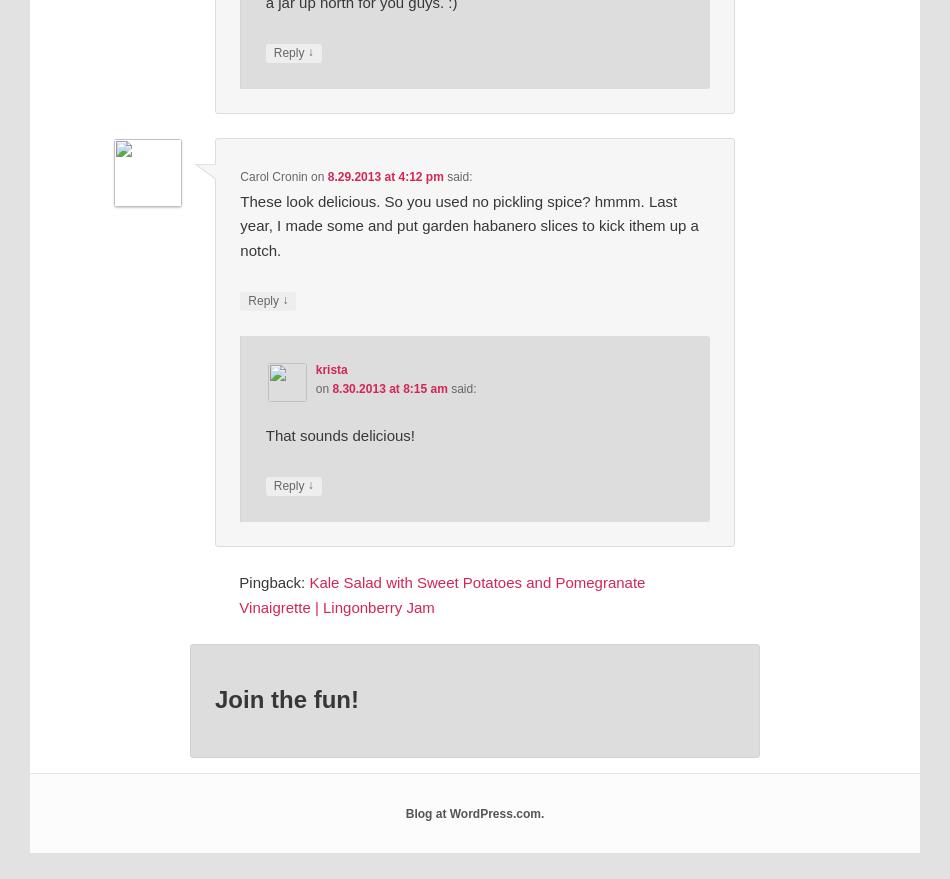 This screenshot has width=950, height=879. Describe the element at coordinates (314, 369) in the screenshot. I see `'krista'` at that location.